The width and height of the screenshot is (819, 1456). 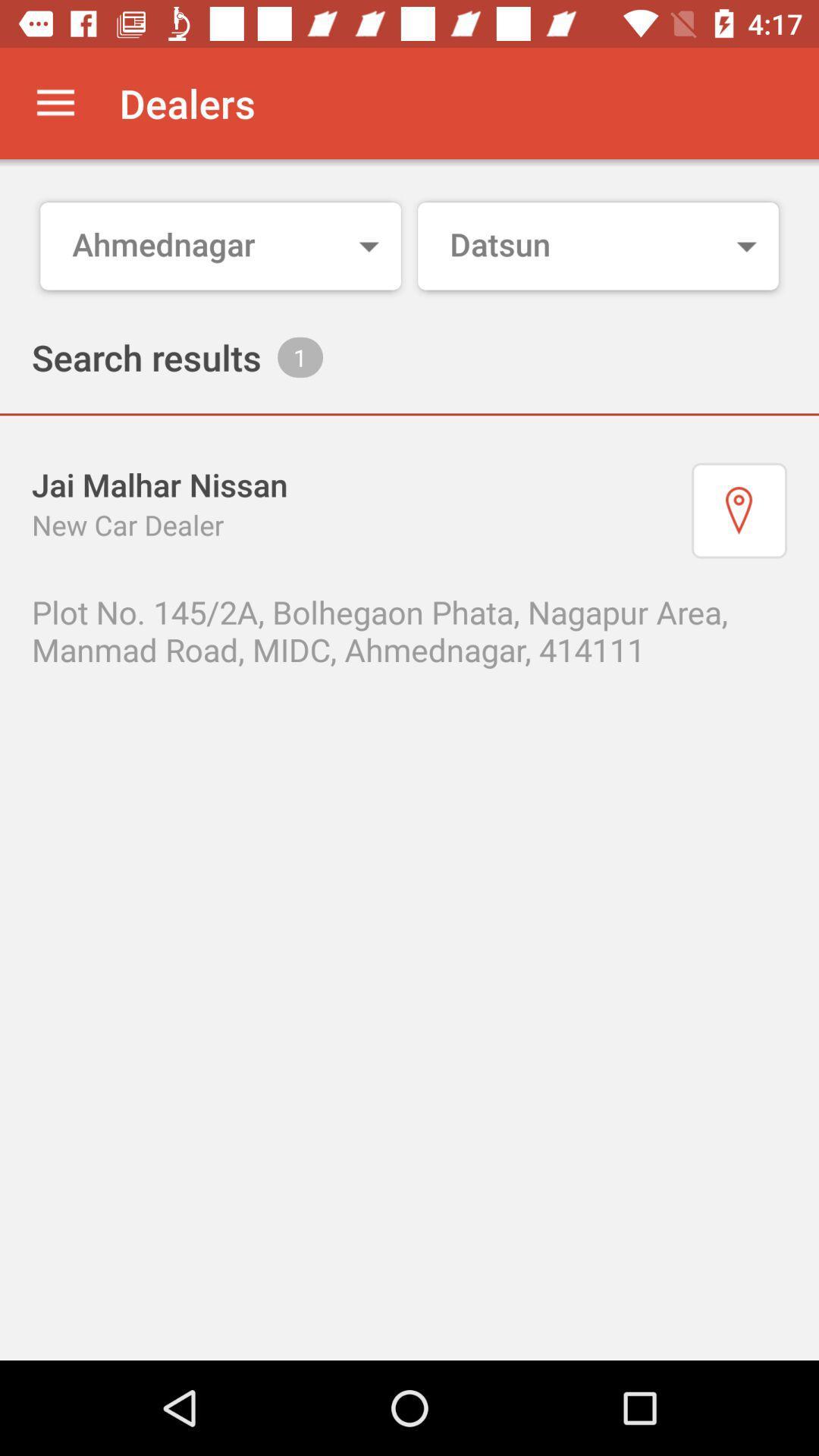 What do you see at coordinates (55, 102) in the screenshot?
I see `the app to the left of dealers app` at bounding box center [55, 102].